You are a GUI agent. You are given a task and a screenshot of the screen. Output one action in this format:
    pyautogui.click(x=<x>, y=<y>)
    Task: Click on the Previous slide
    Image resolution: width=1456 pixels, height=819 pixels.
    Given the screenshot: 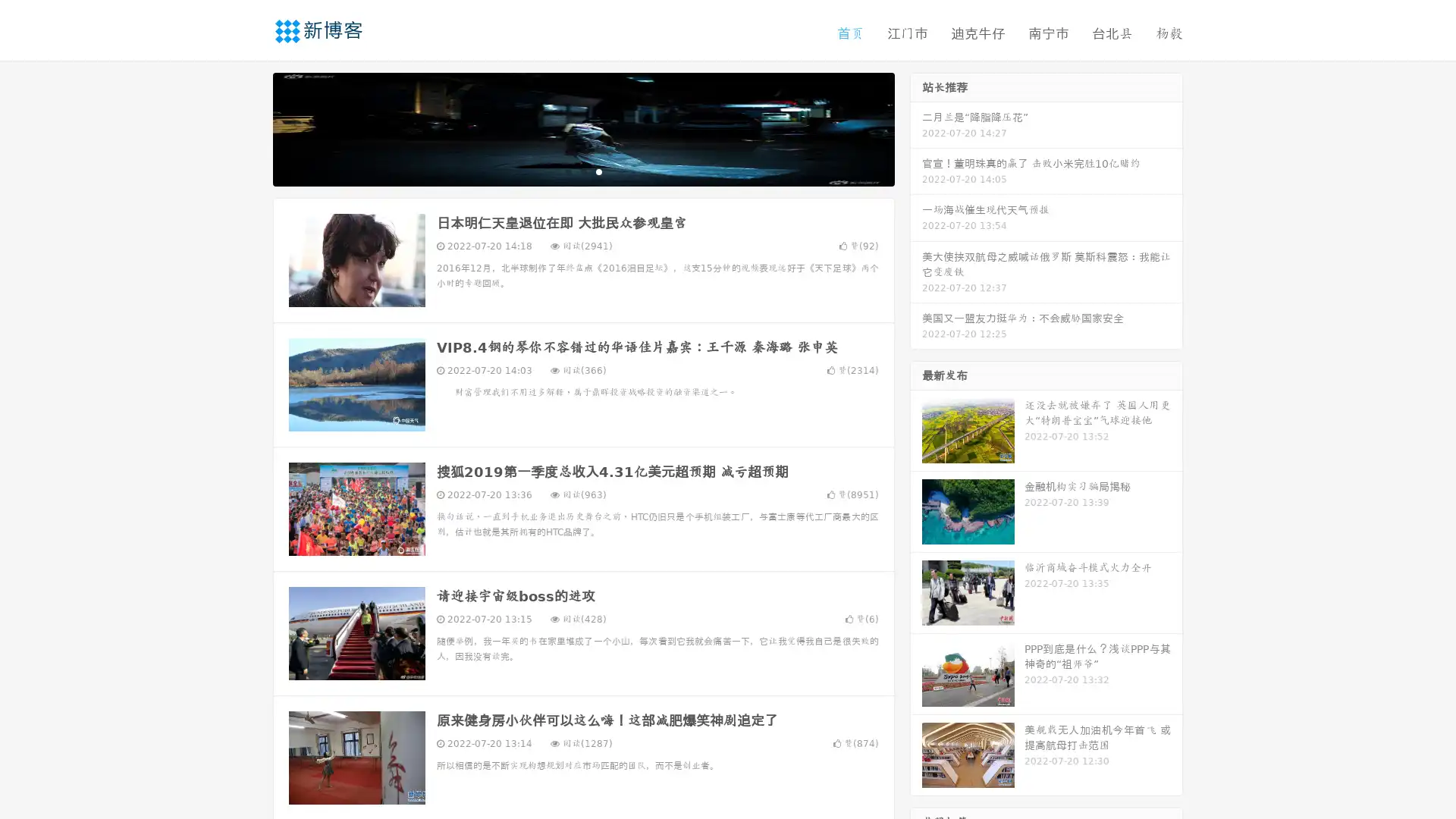 What is the action you would take?
    pyautogui.click(x=250, y=127)
    